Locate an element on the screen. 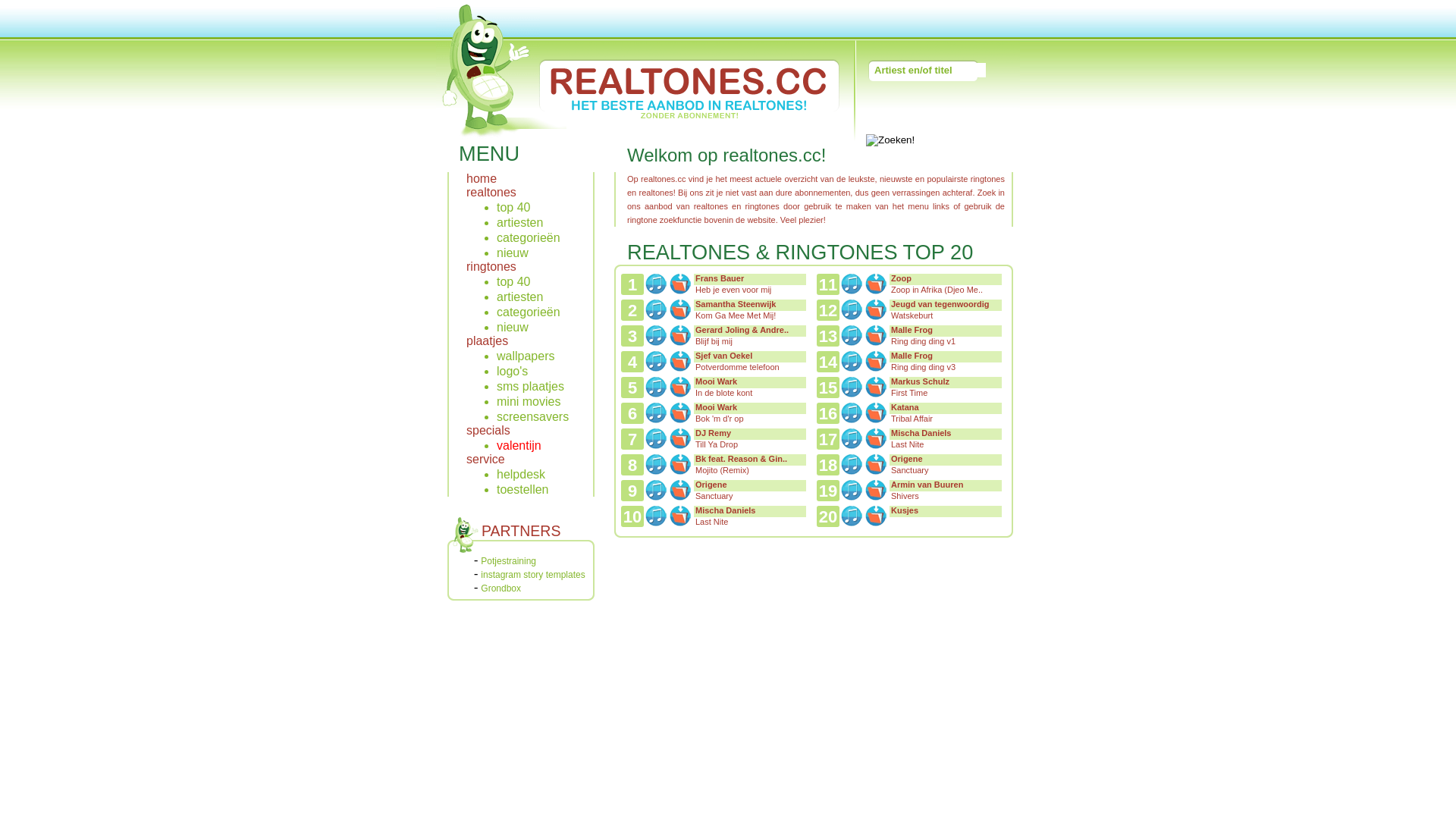 Image resolution: width=1456 pixels, height=819 pixels. 'Tribal Affair' is located at coordinates (911, 418).